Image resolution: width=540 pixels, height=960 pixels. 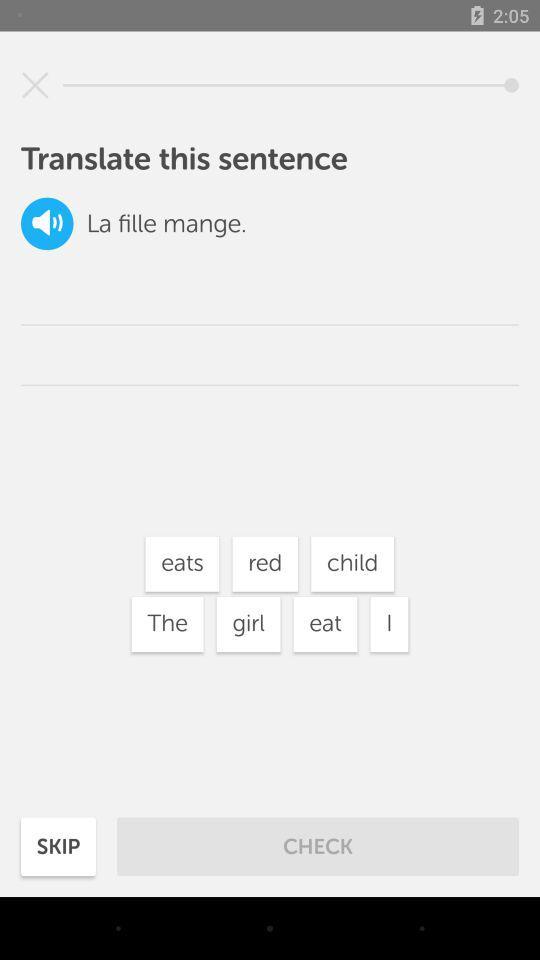 What do you see at coordinates (47, 223) in the screenshot?
I see `the icon to the left of la` at bounding box center [47, 223].